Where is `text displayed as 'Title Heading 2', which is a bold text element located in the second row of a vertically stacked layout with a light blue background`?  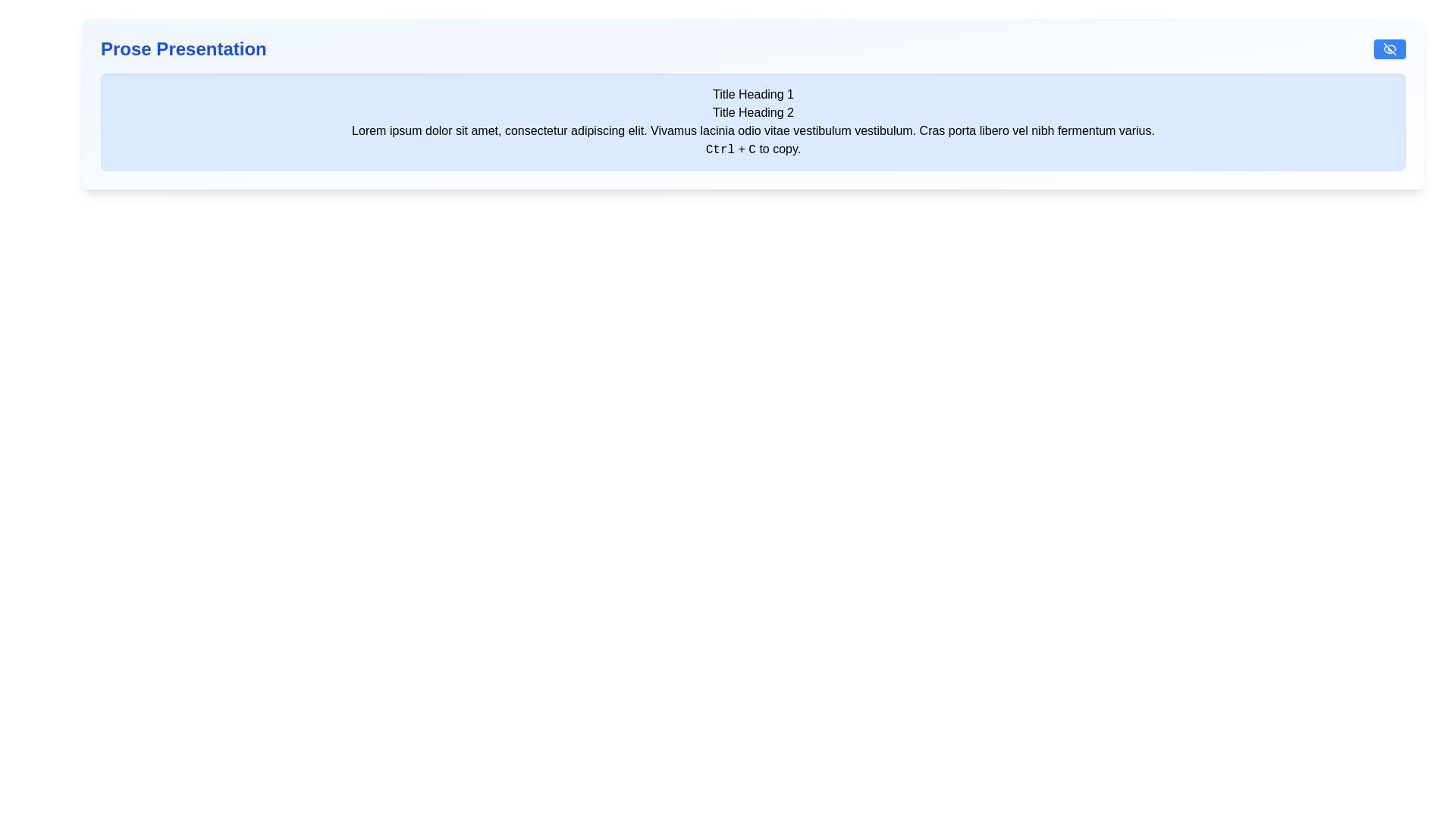
text displayed as 'Title Heading 2', which is a bold text element located in the second row of a vertically stacked layout with a light blue background is located at coordinates (753, 112).